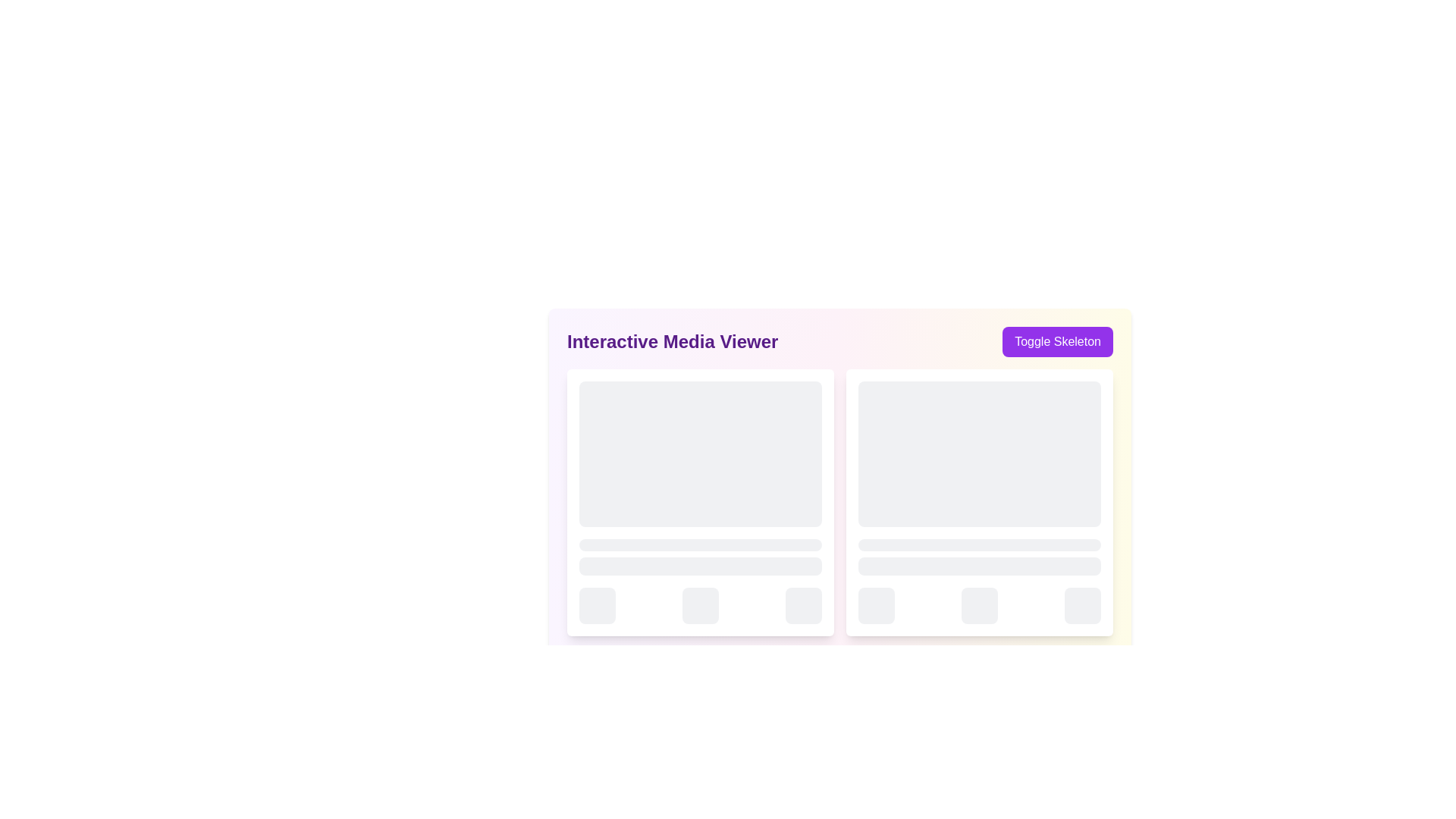  Describe the element at coordinates (700, 566) in the screenshot. I see `the loading indicator, which is a horizontally-elongated rectangular block with rounded corners, light gray color, and a pulsating animation, positioned as the second item in a vertical stack` at that location.